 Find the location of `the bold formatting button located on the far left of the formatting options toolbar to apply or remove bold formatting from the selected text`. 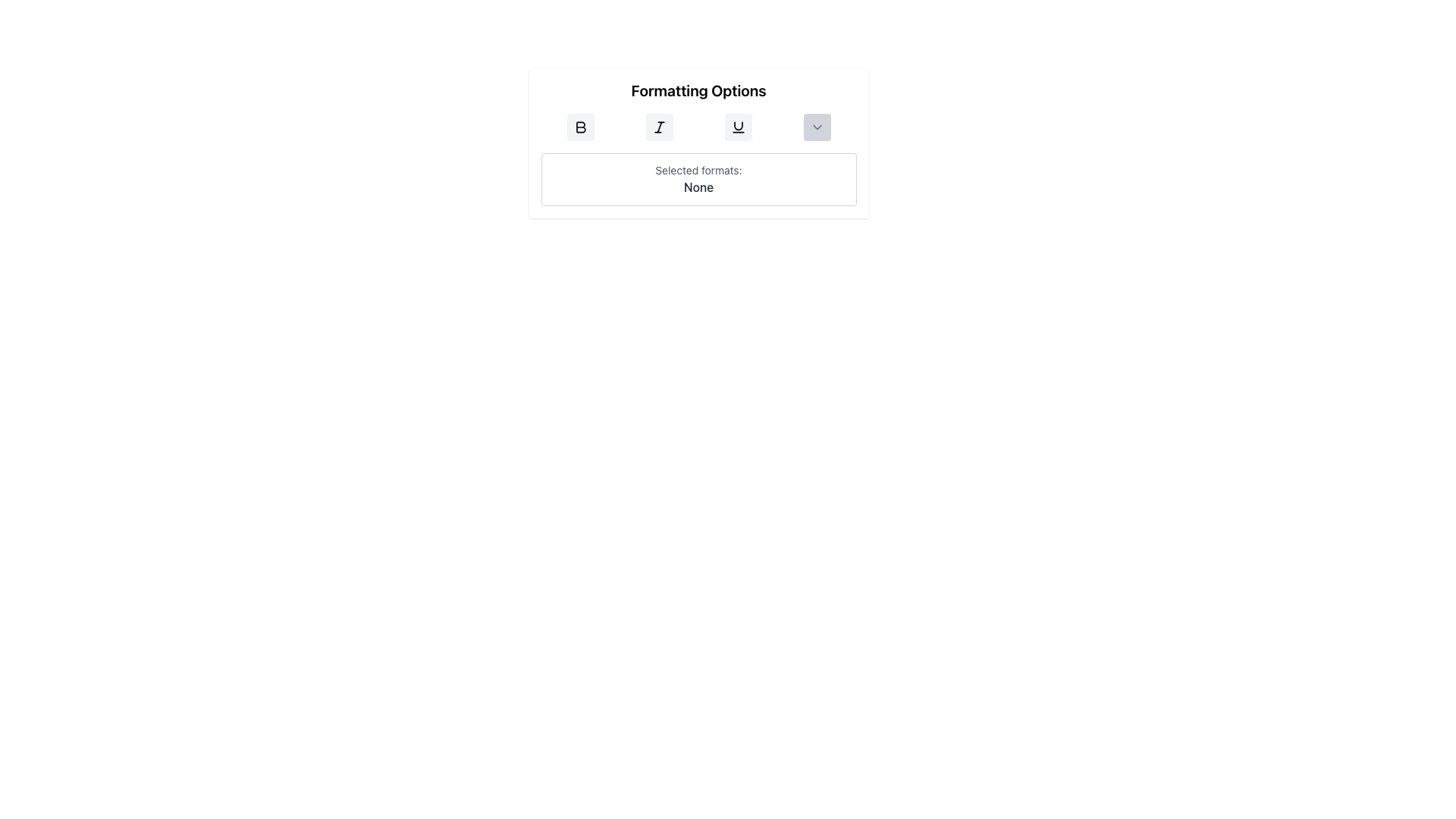

the bold formatting button located on the far left of the formatting options toolbar to apply or remove bold formatting from the selected text is located at coordinates (579, 127).